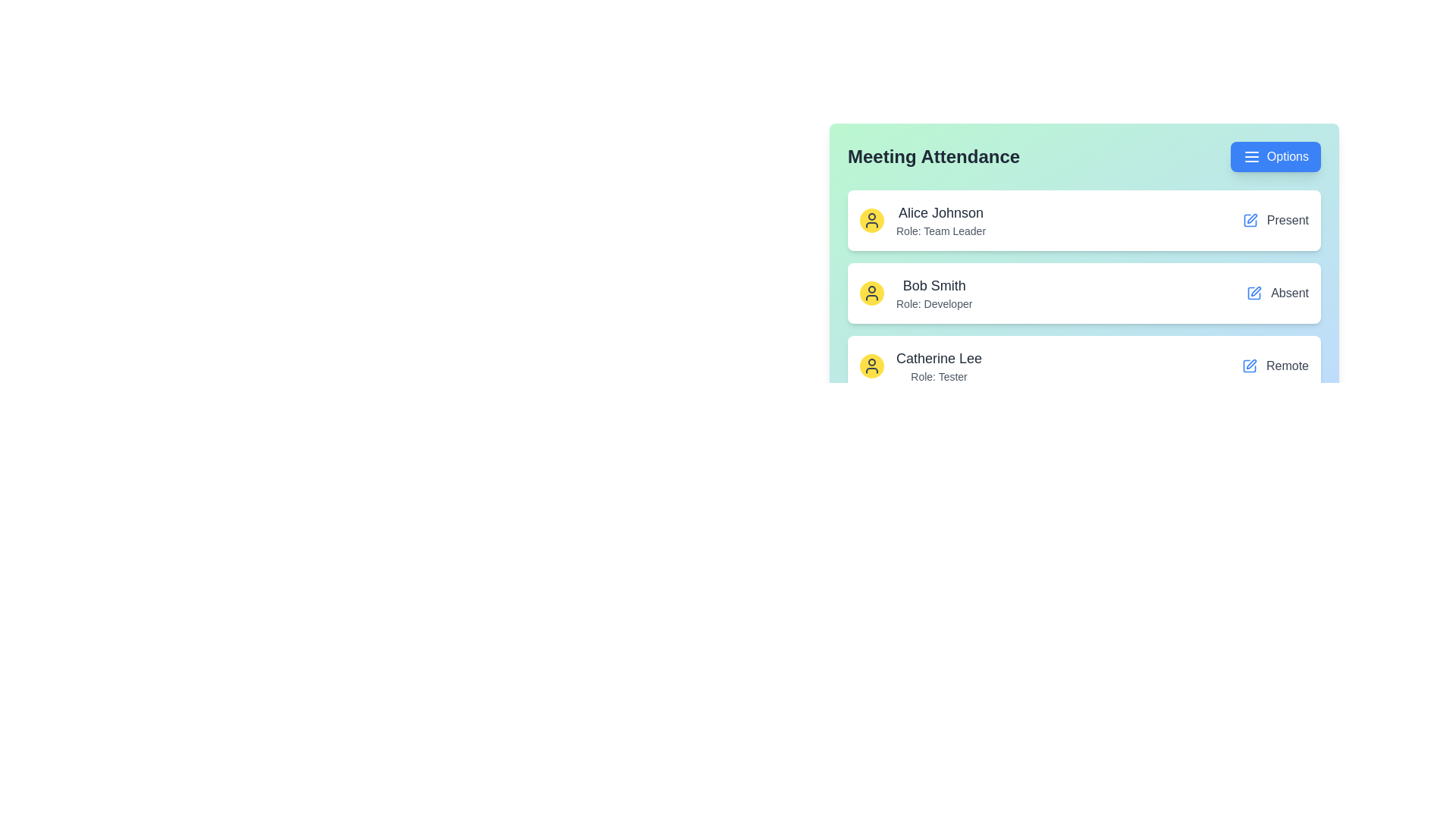 The image size is (1456, 819). I want to click on the Information Row displaying 'Bob Smith', a Developer who is Absent, so click(1084, 293).